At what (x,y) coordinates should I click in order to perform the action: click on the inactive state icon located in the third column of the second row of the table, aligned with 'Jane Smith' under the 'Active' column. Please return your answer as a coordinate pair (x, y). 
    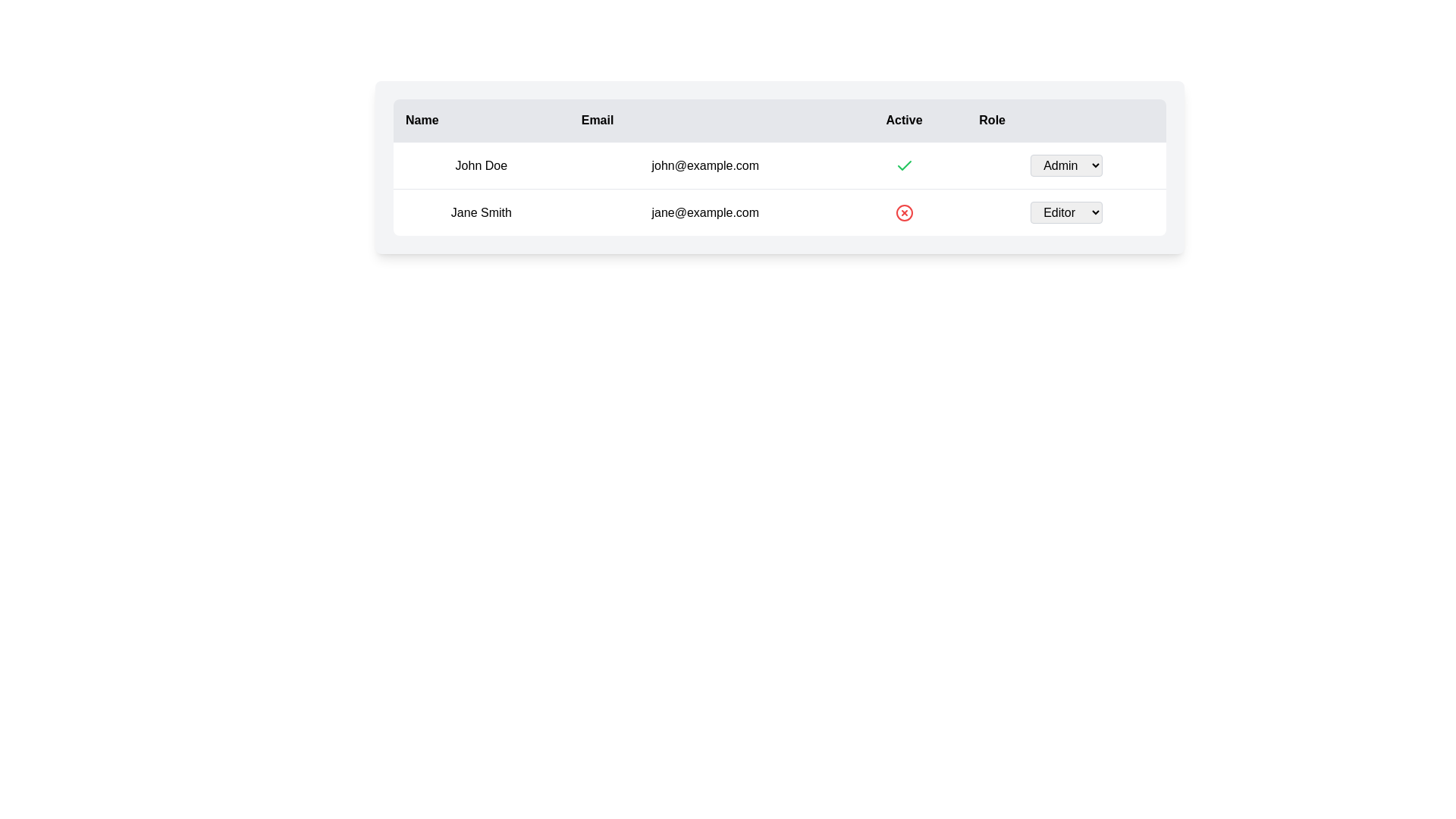
    Looking at the image, I should click on (904, 212).